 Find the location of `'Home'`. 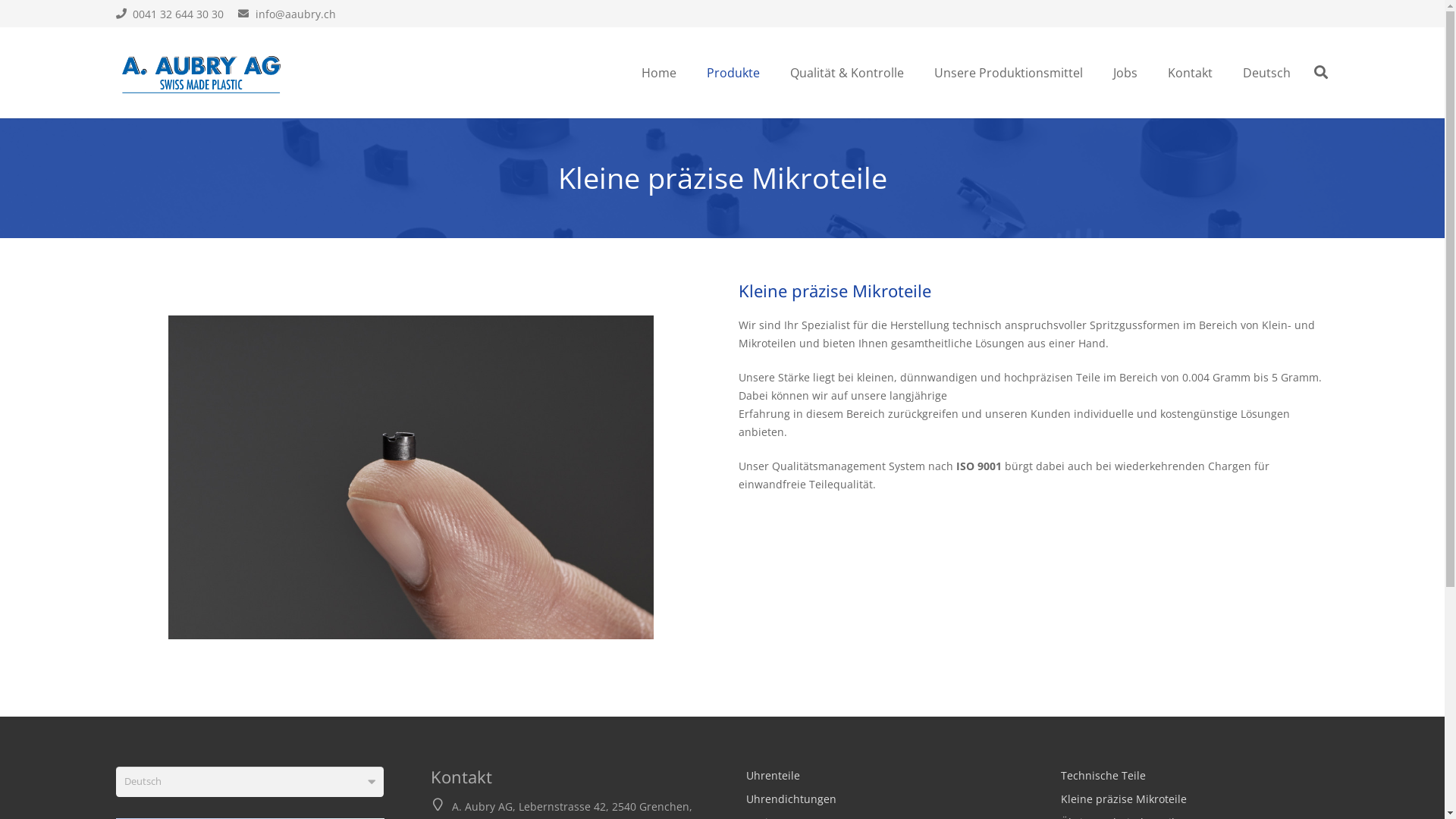

'Home' is located at coordinates (658, 73).